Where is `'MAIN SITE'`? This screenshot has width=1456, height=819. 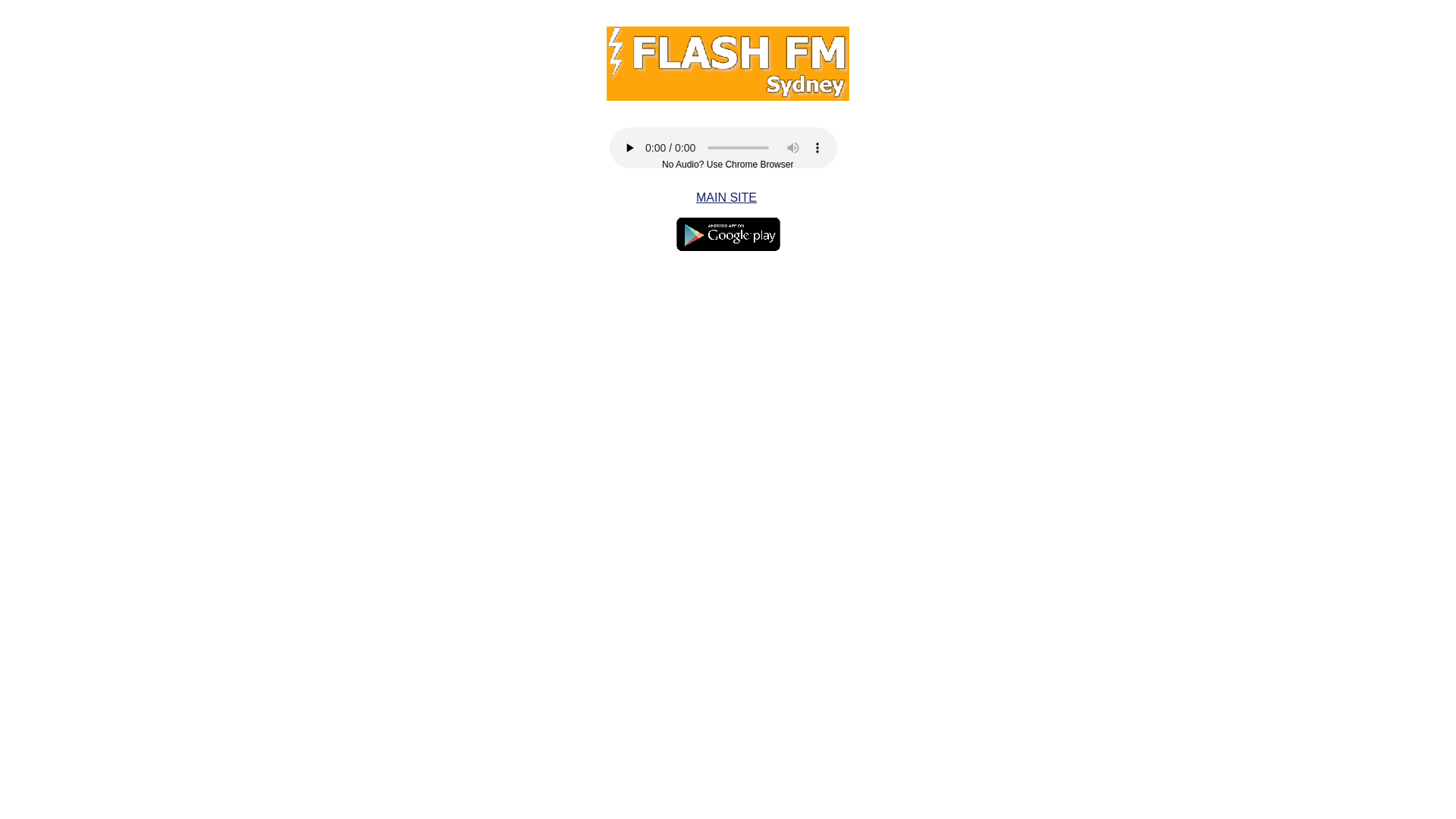
'MAIN SITE' is located at coordinates (726, 196).